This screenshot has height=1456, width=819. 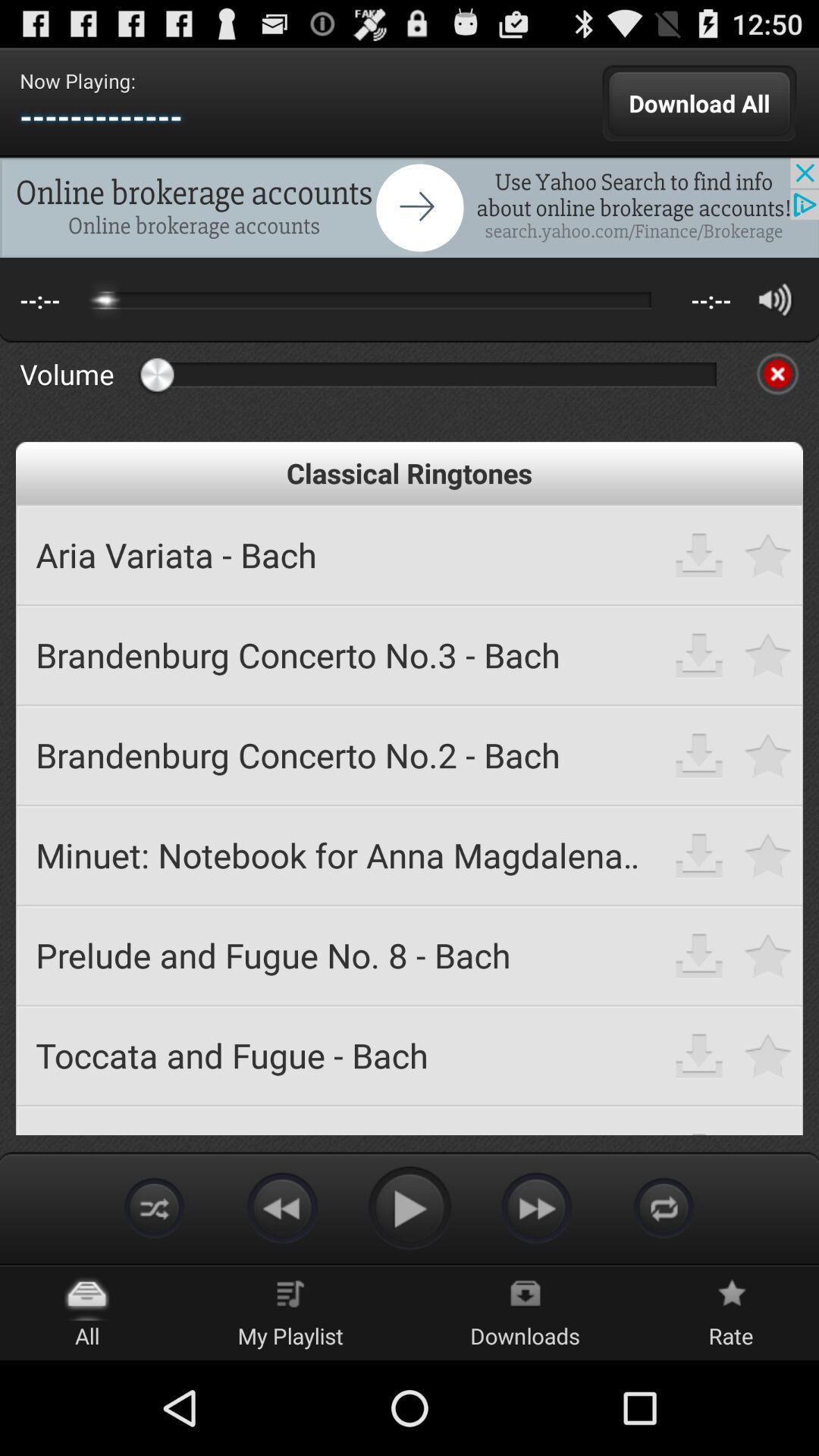 What do you see at coordinates (663, 1207) in the screenshot?
I see `the icon at the bottom of the page right to forward icon` at bounding box center [663, 1207].